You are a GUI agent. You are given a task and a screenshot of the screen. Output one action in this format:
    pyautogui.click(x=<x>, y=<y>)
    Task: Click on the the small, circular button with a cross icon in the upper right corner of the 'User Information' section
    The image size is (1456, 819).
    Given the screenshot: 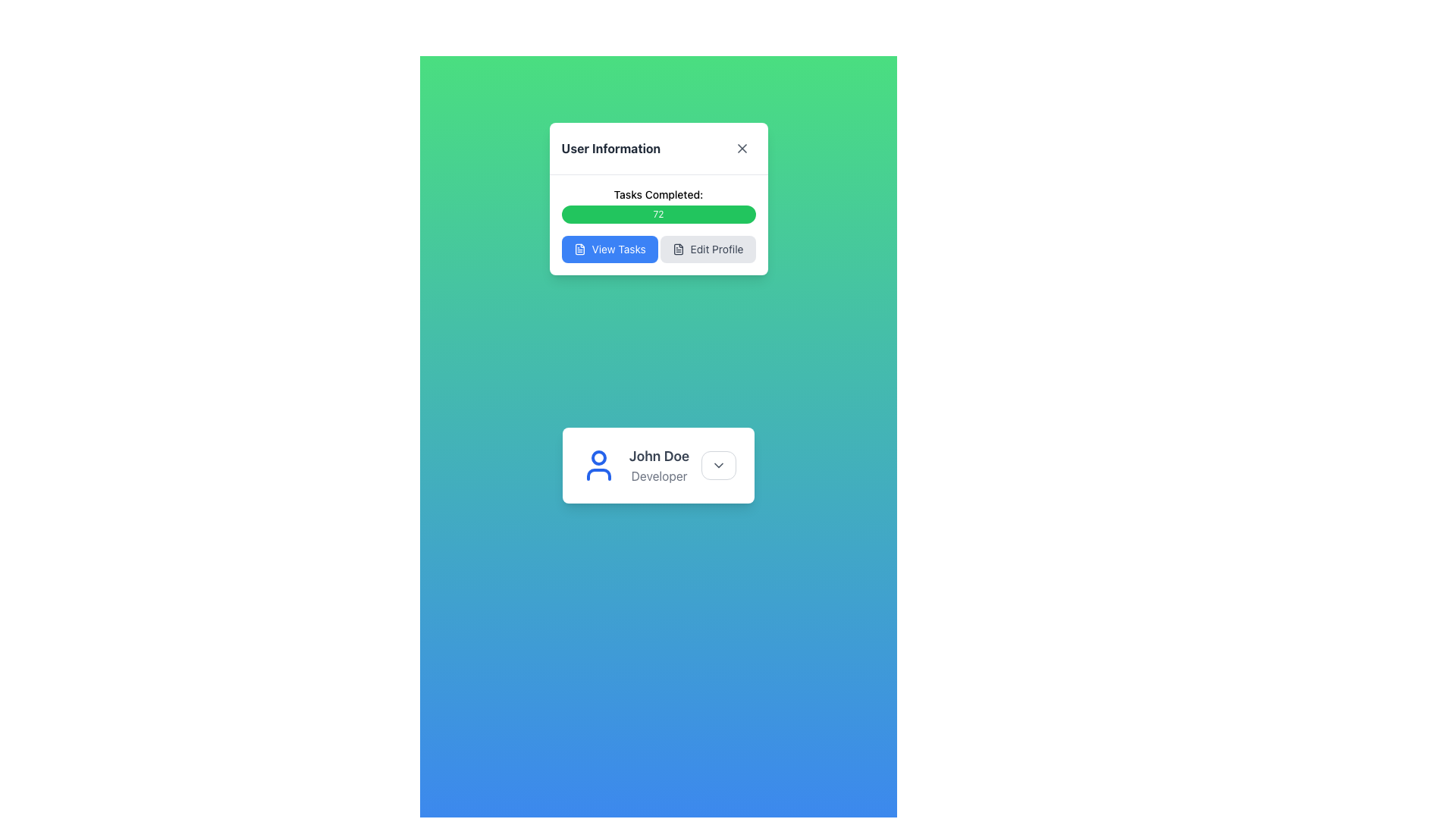 What is the action you would take?
    pyautogui.click(x=742, y=149)
    